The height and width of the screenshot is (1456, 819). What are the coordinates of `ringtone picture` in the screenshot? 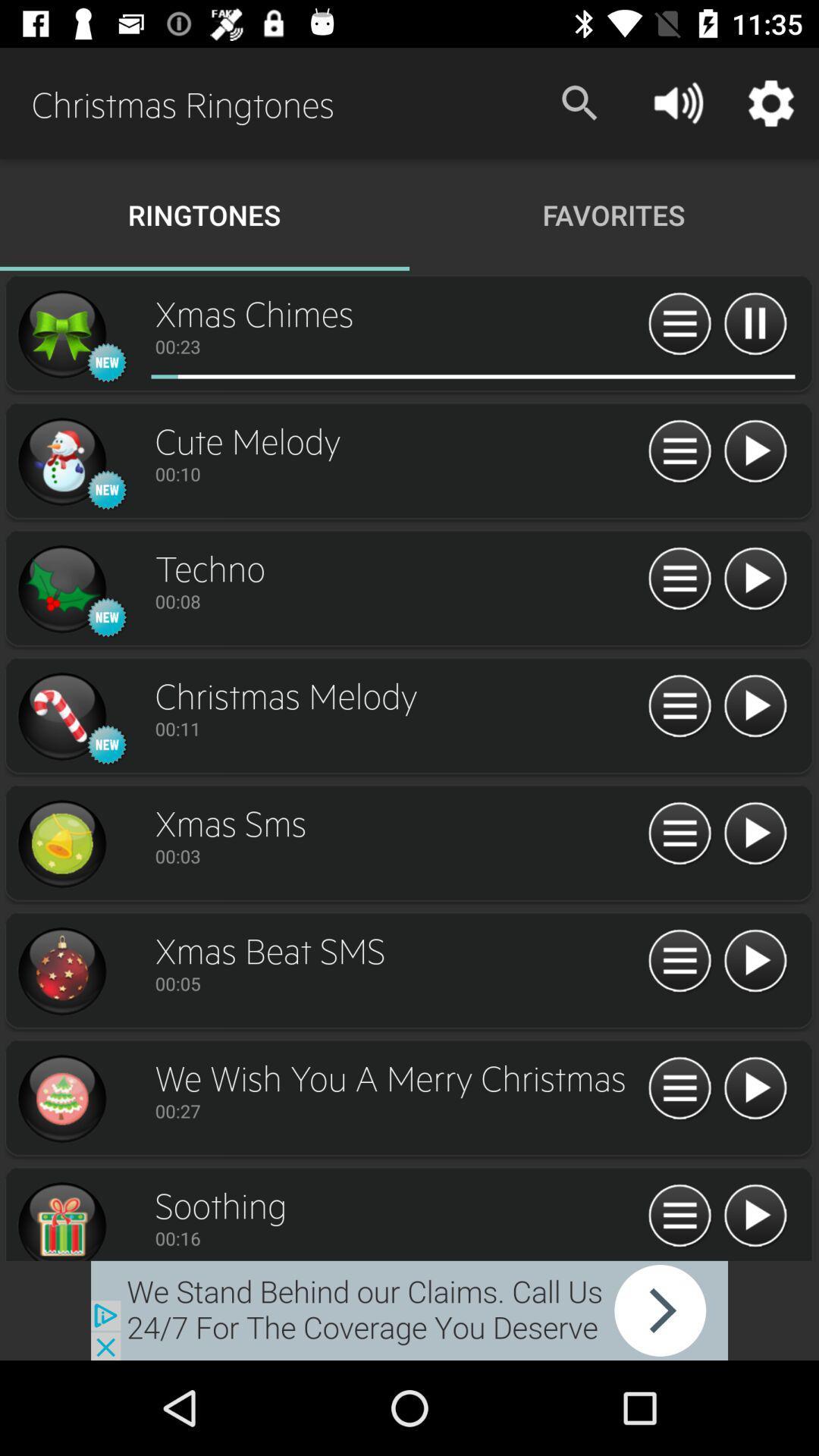 It's located at (61, 461).